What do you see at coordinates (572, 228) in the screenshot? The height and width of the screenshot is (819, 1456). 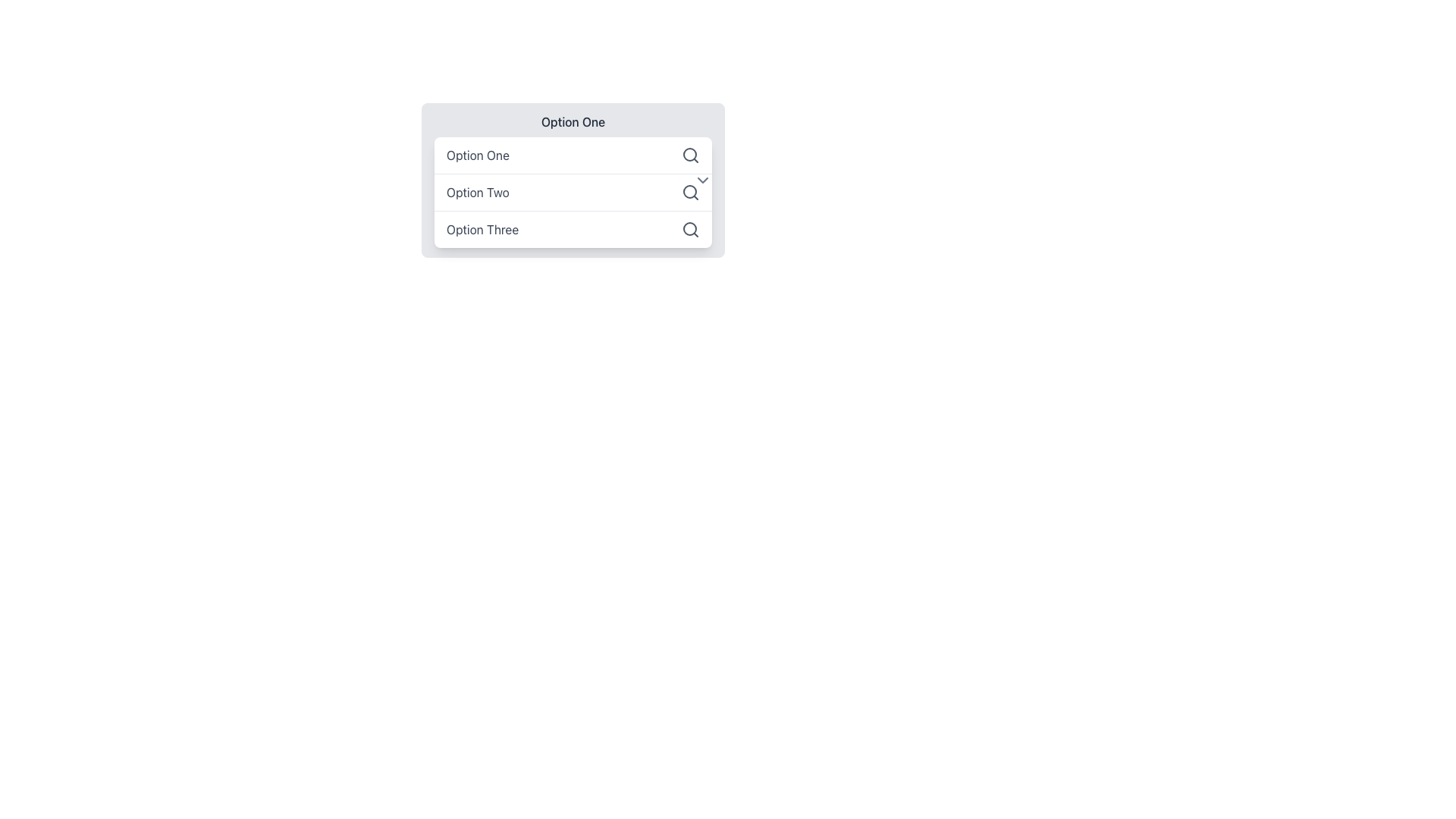 I see `the third list item labeled 'Option Three'` at bounding box center [572, 228].